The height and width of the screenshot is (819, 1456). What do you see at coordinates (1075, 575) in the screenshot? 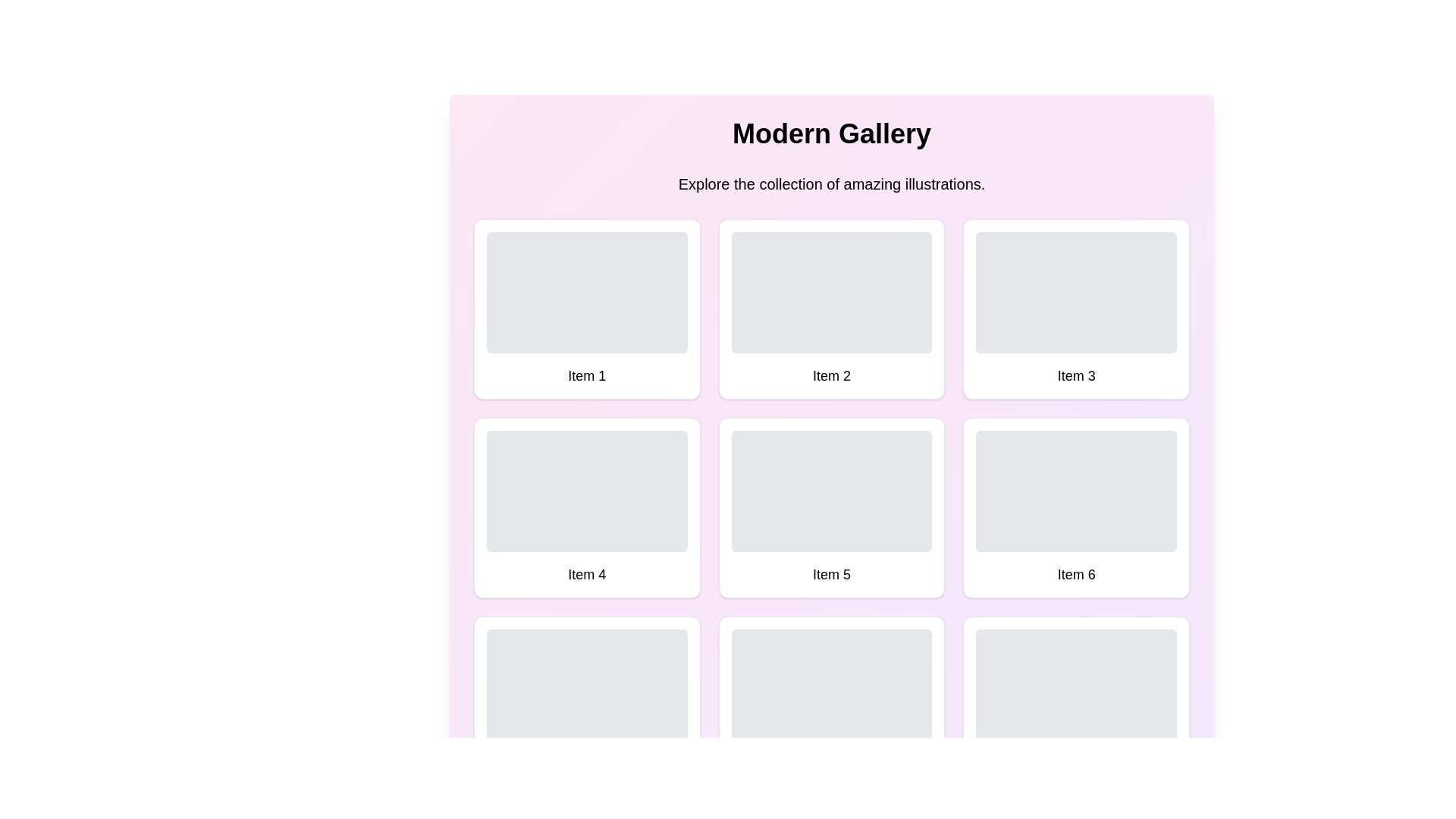
I see `the text label reading 'Item 6', which is centrally aligned at the bottom of a rectangular area containing an image placeholder above it` at bounding box center [1075, 575].